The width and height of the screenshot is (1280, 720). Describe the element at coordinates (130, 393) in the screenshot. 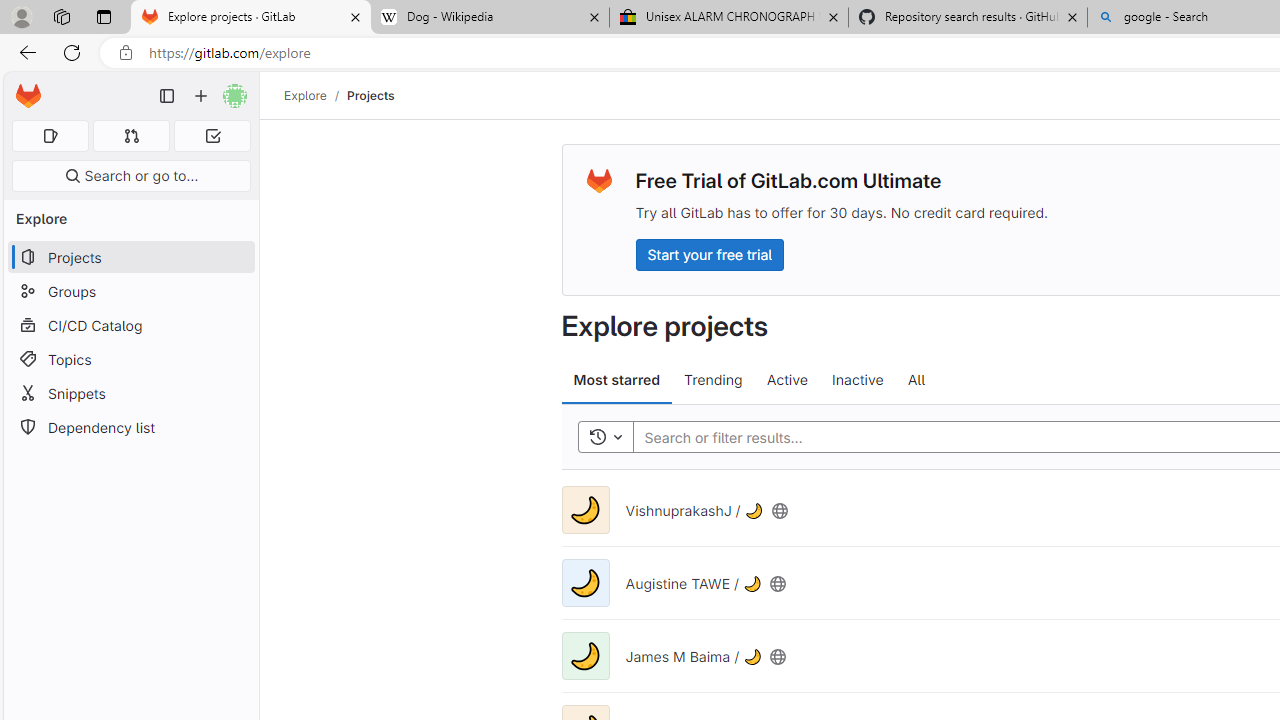

I see `'Snippets'` at that location.